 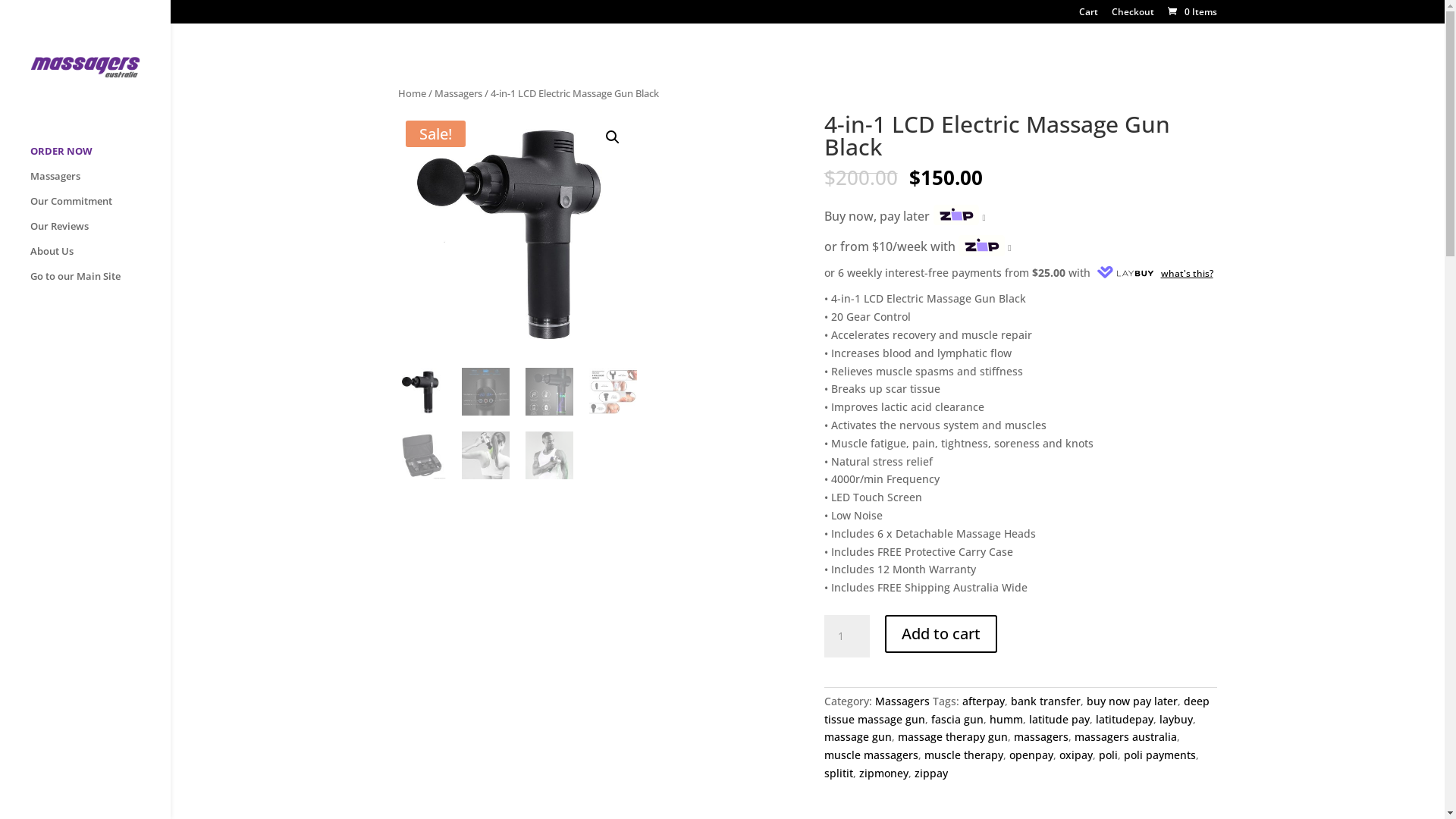 I want to click on 'About Us', so click(x=99, y=257).